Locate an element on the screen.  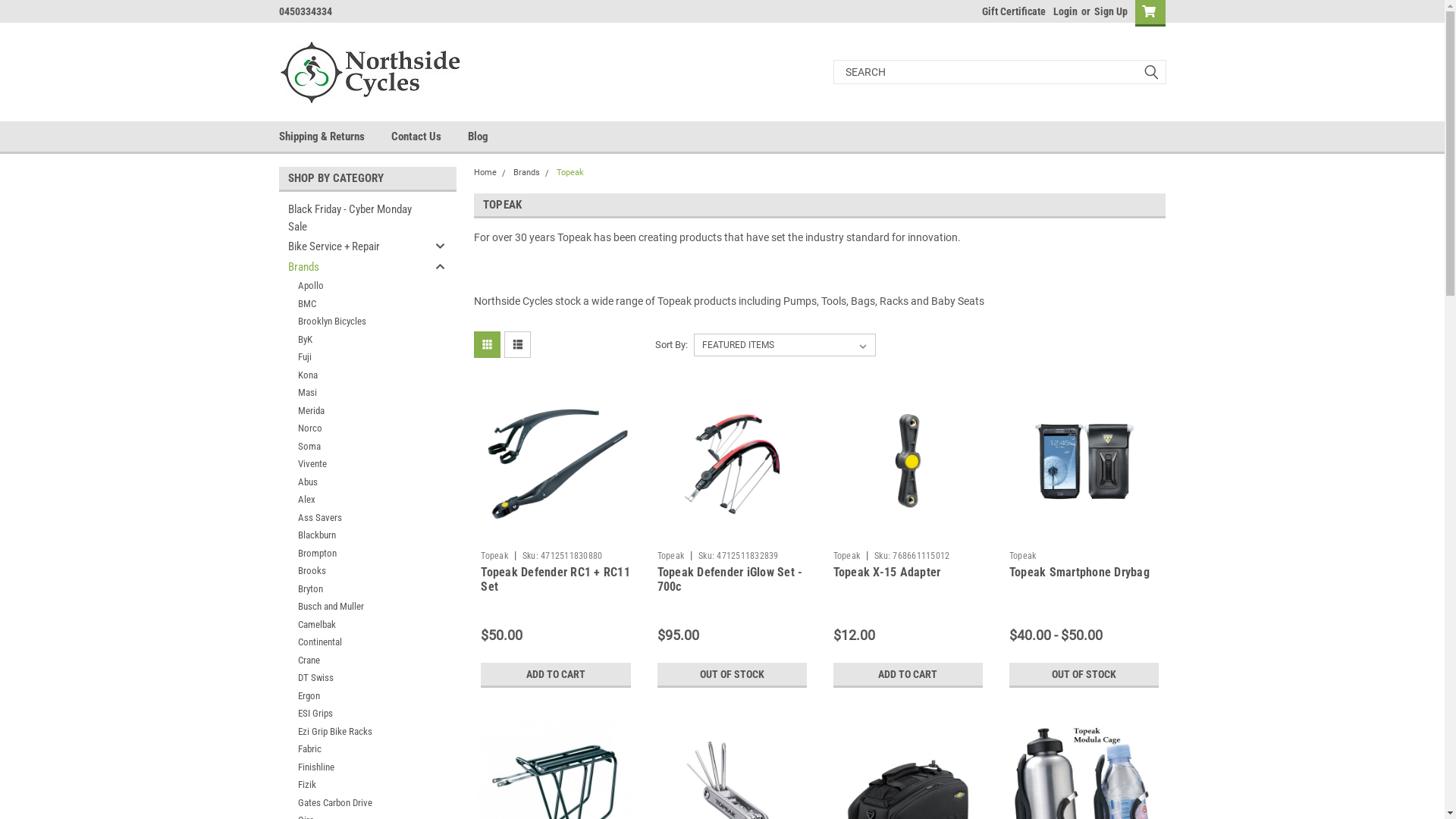
'ESI Grips' is located at coordinates (353, 714).